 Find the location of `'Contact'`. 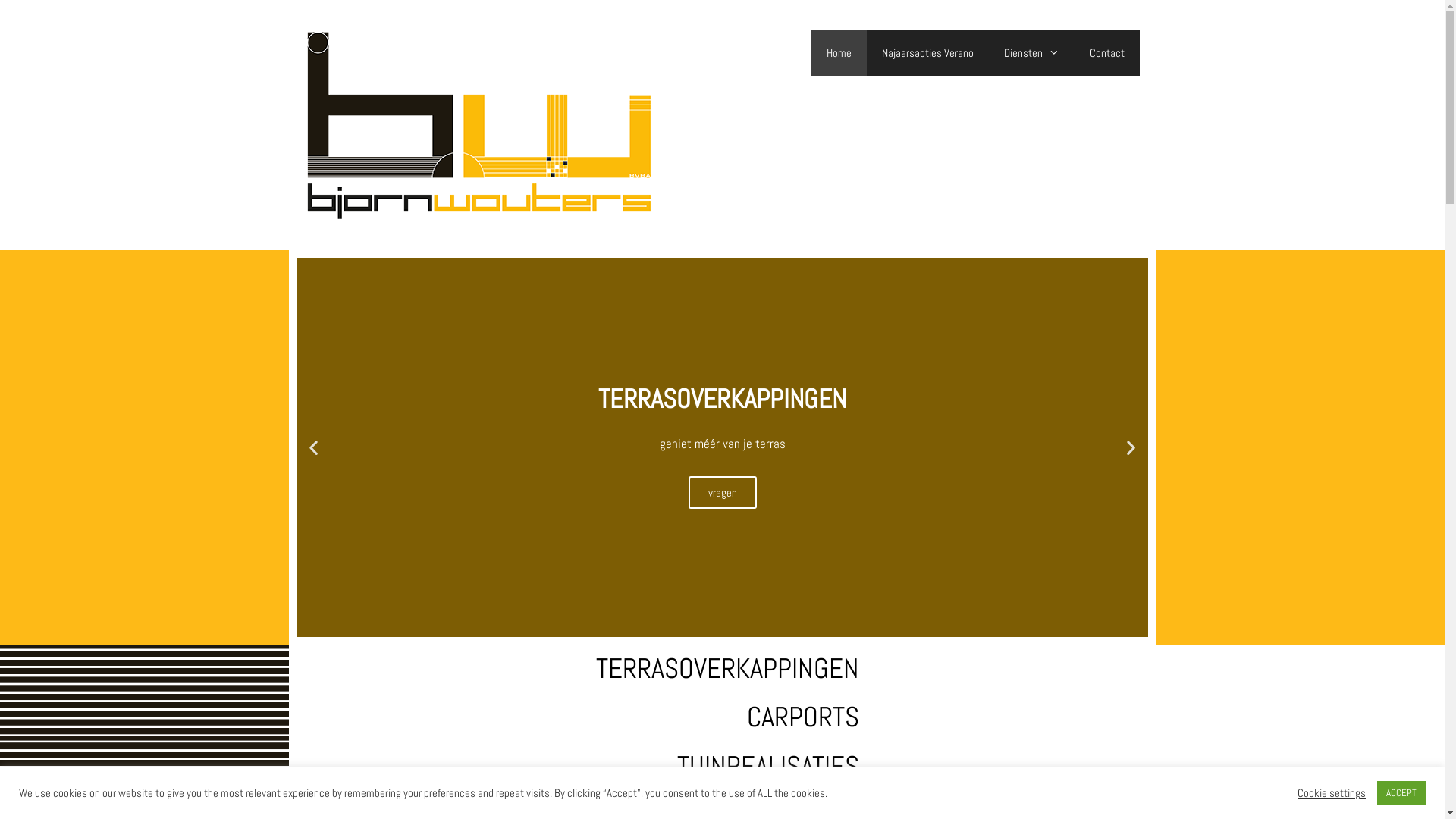

'Contact' is located at coordinates (1073, 52).